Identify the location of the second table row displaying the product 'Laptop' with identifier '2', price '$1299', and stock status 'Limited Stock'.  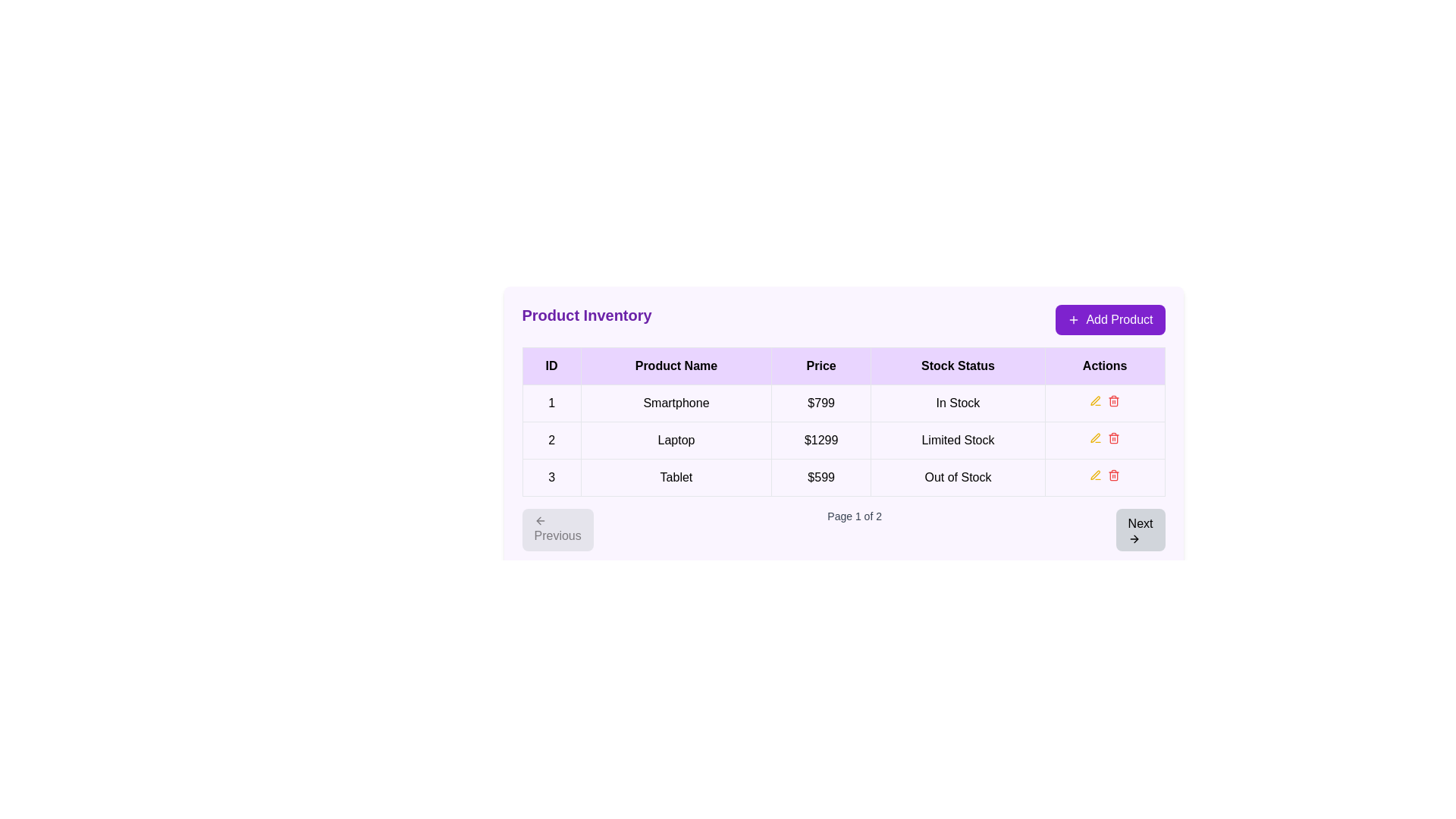
(843, 441).